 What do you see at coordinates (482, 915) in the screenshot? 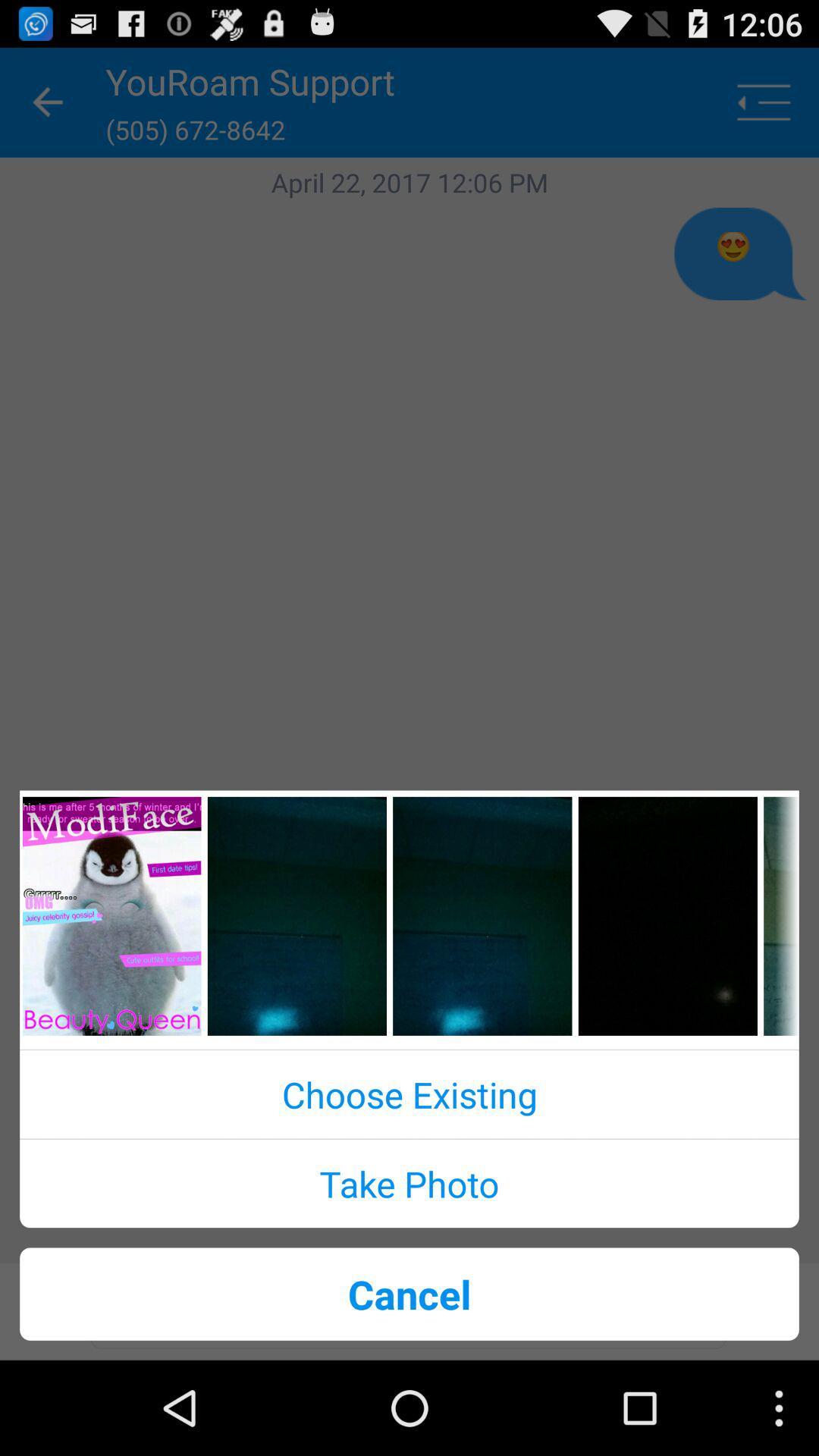
I see `an image from the image slider` at bounding box center [482, 915].